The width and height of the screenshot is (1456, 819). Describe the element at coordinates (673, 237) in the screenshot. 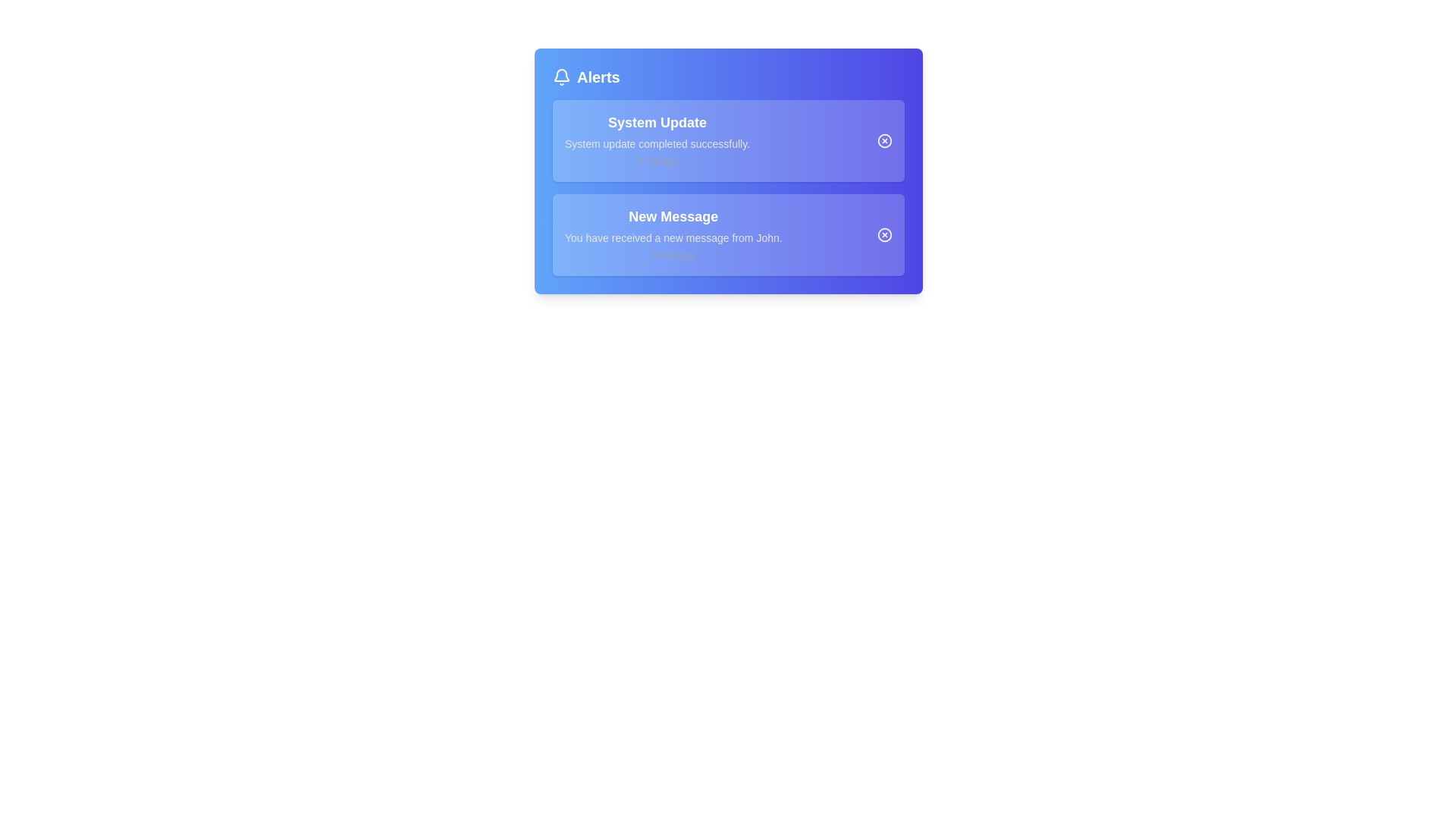

I see `the static text that reads 'You have received a new message from John.' located under the 'New Message' header in the notification card` at that location.